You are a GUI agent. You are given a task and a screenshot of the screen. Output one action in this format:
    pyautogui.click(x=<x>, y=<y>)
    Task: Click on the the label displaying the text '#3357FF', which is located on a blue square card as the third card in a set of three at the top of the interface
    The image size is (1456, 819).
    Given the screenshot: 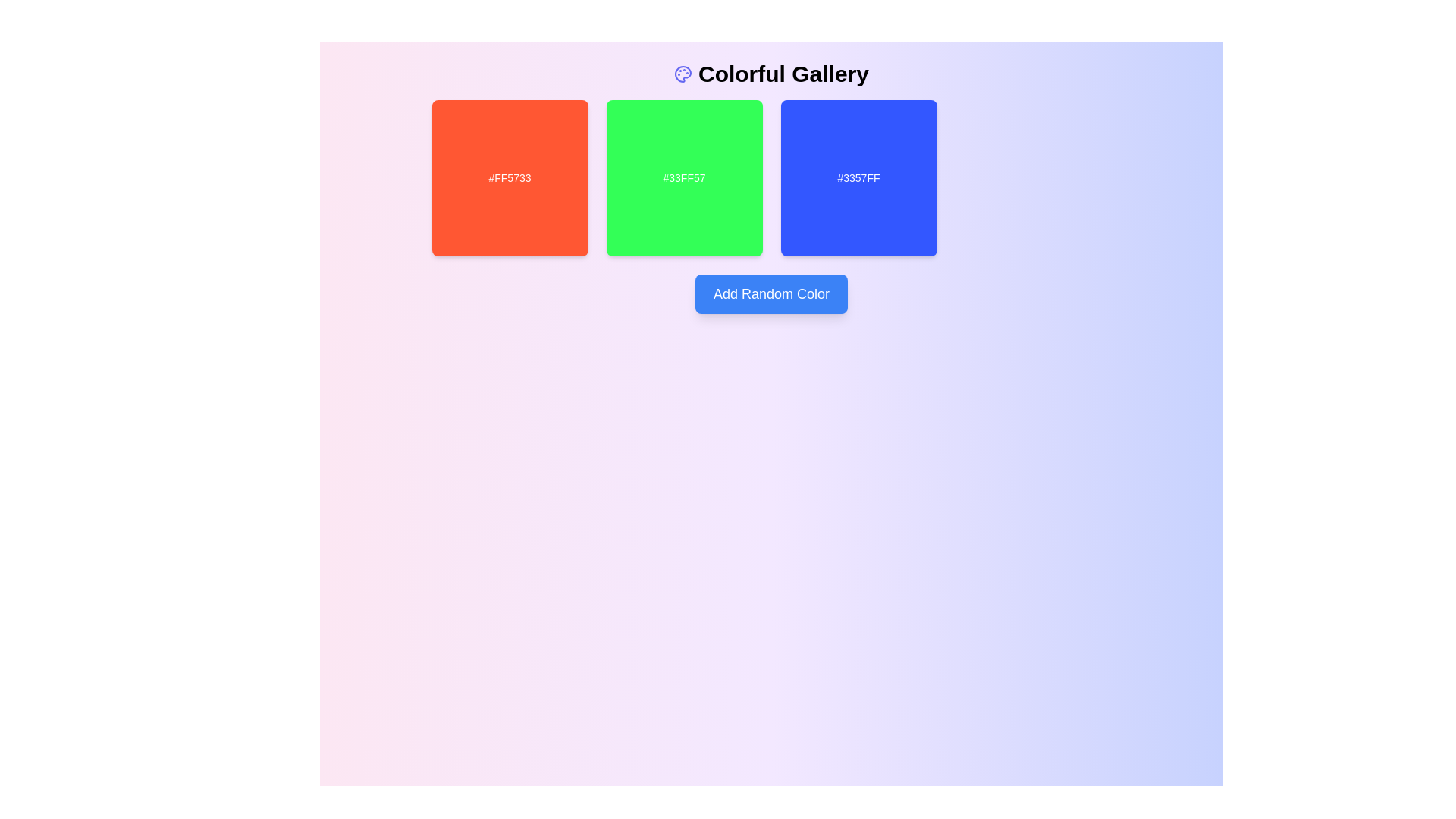 What is the action you would take?
    pyautogui.click(x=858, y=177)
    